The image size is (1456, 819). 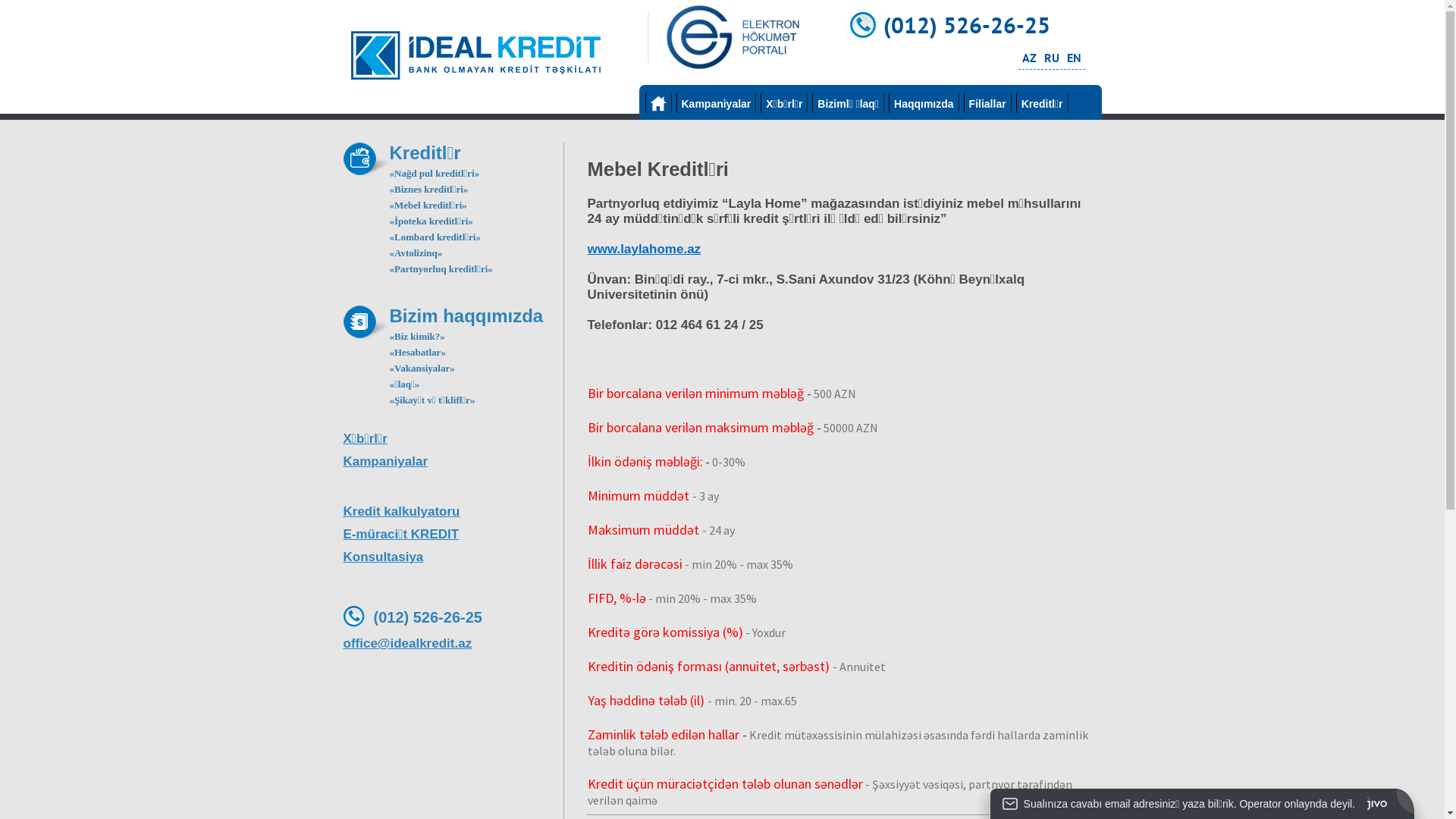 What do you see at coordinates (451, 512) in the screenshot?
I see `'Kredit kalkulyatoru'` at bounding box center [451, 512].